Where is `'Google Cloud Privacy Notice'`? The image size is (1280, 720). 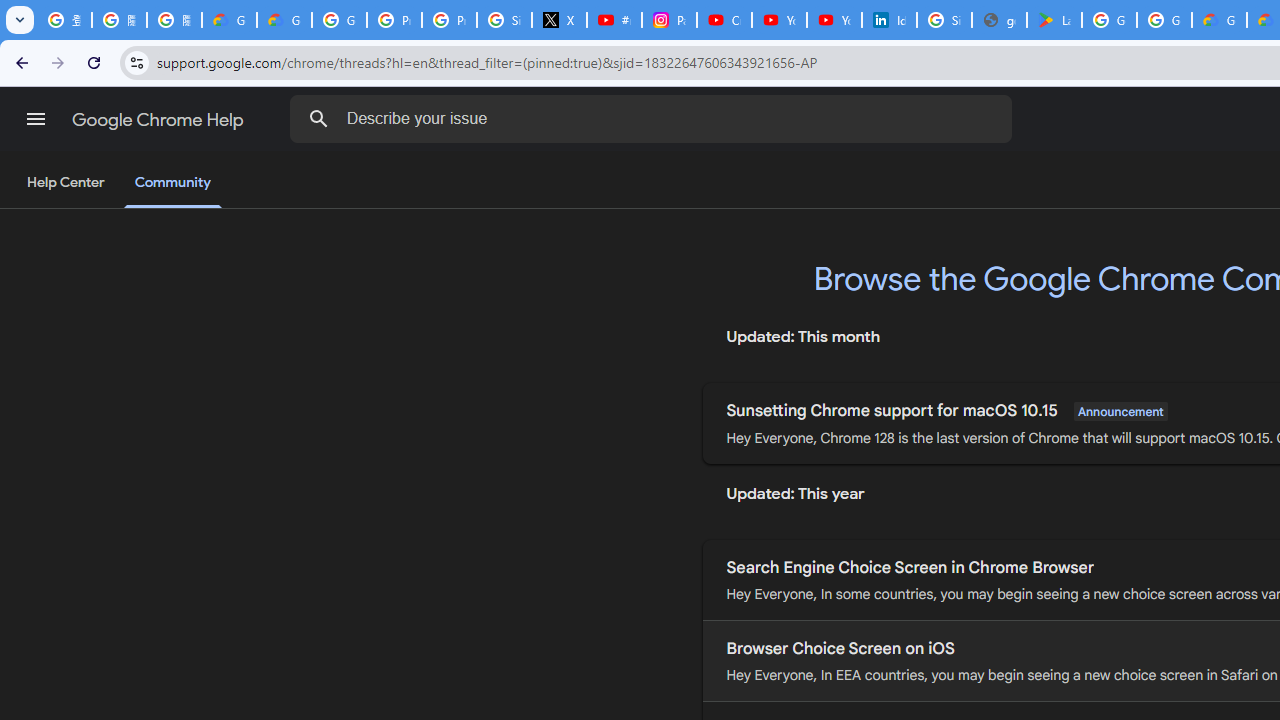 'Google Cloud Privacy Notice' is located at coordinates (229, 20).